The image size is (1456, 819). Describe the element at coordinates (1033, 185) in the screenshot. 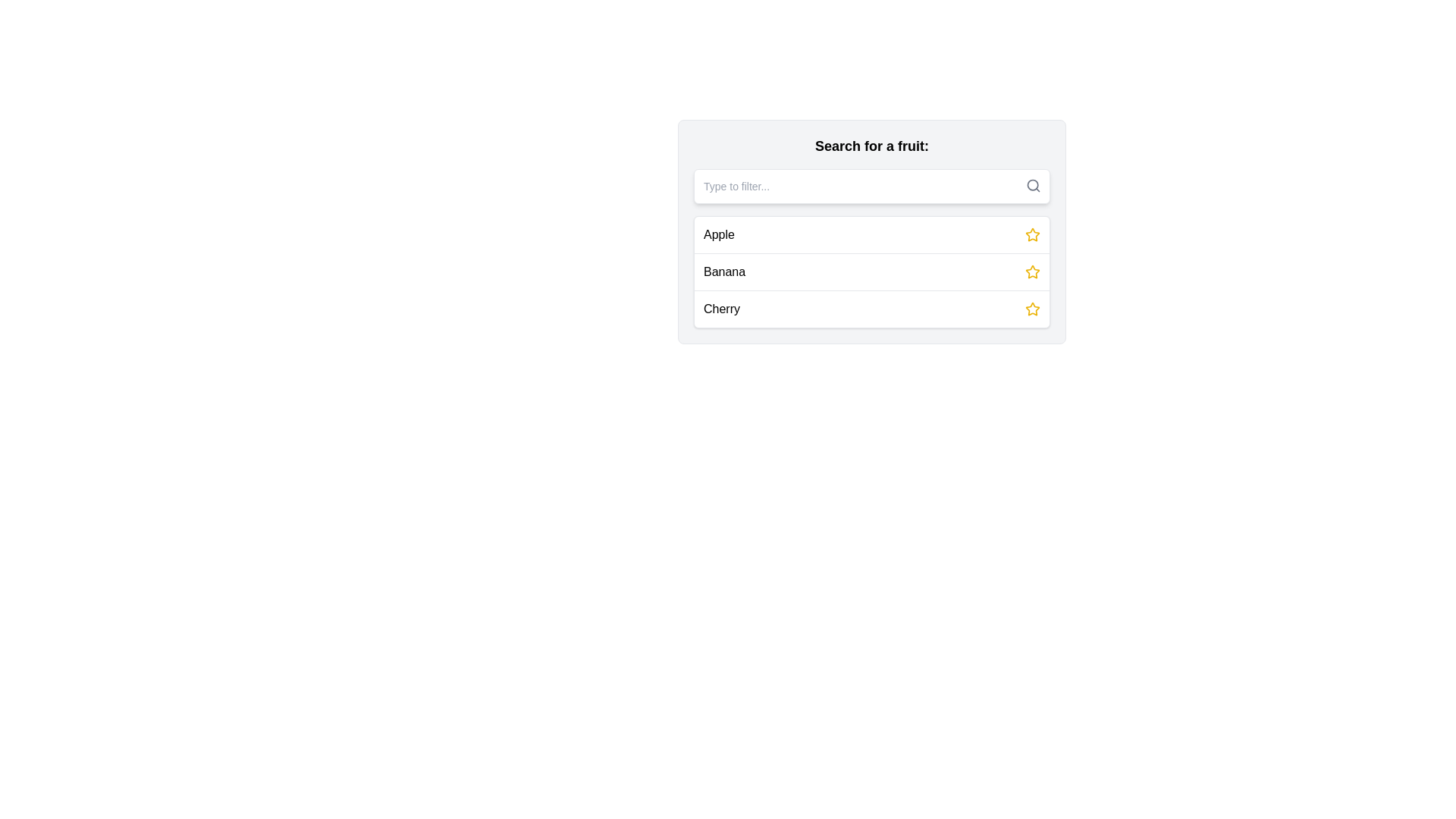

I see `the search icon located at the top-right corner of the input section` at that location.